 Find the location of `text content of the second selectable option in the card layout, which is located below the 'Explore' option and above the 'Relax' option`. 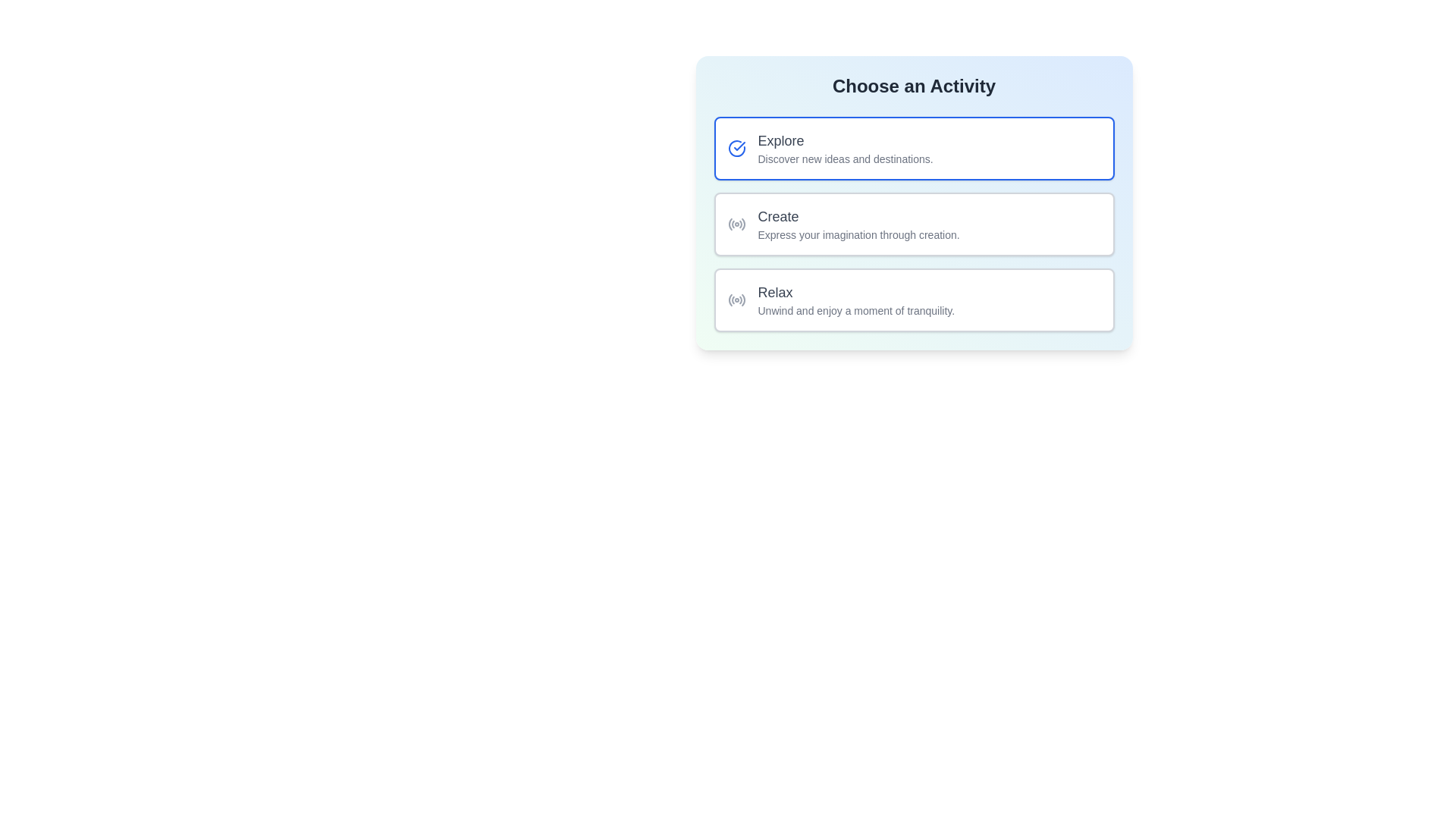

text content of the second selectable option in the card layout, which is located below the 'Explore' option and above the 'Relax' option is located at coordinates (858, 224).